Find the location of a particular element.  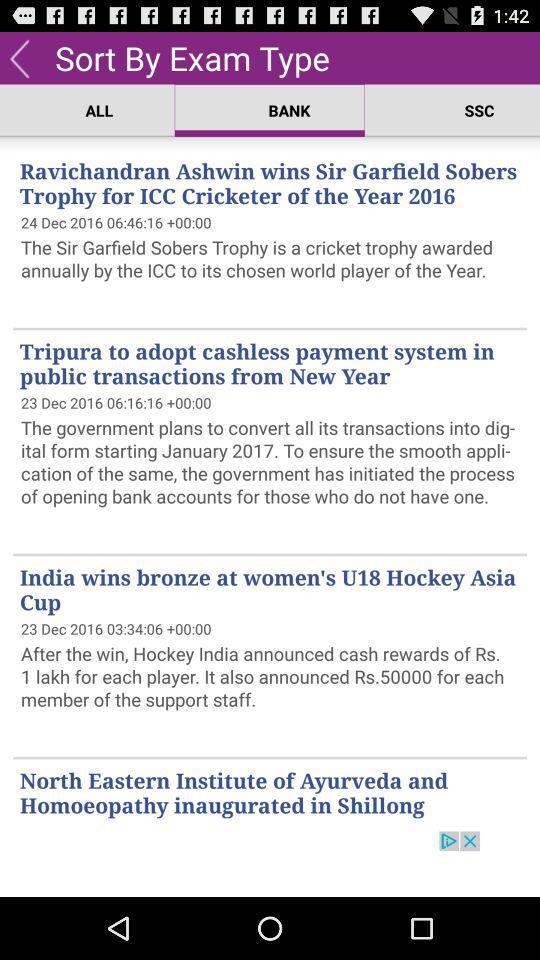

previous page is located at coordinates (18, 56).